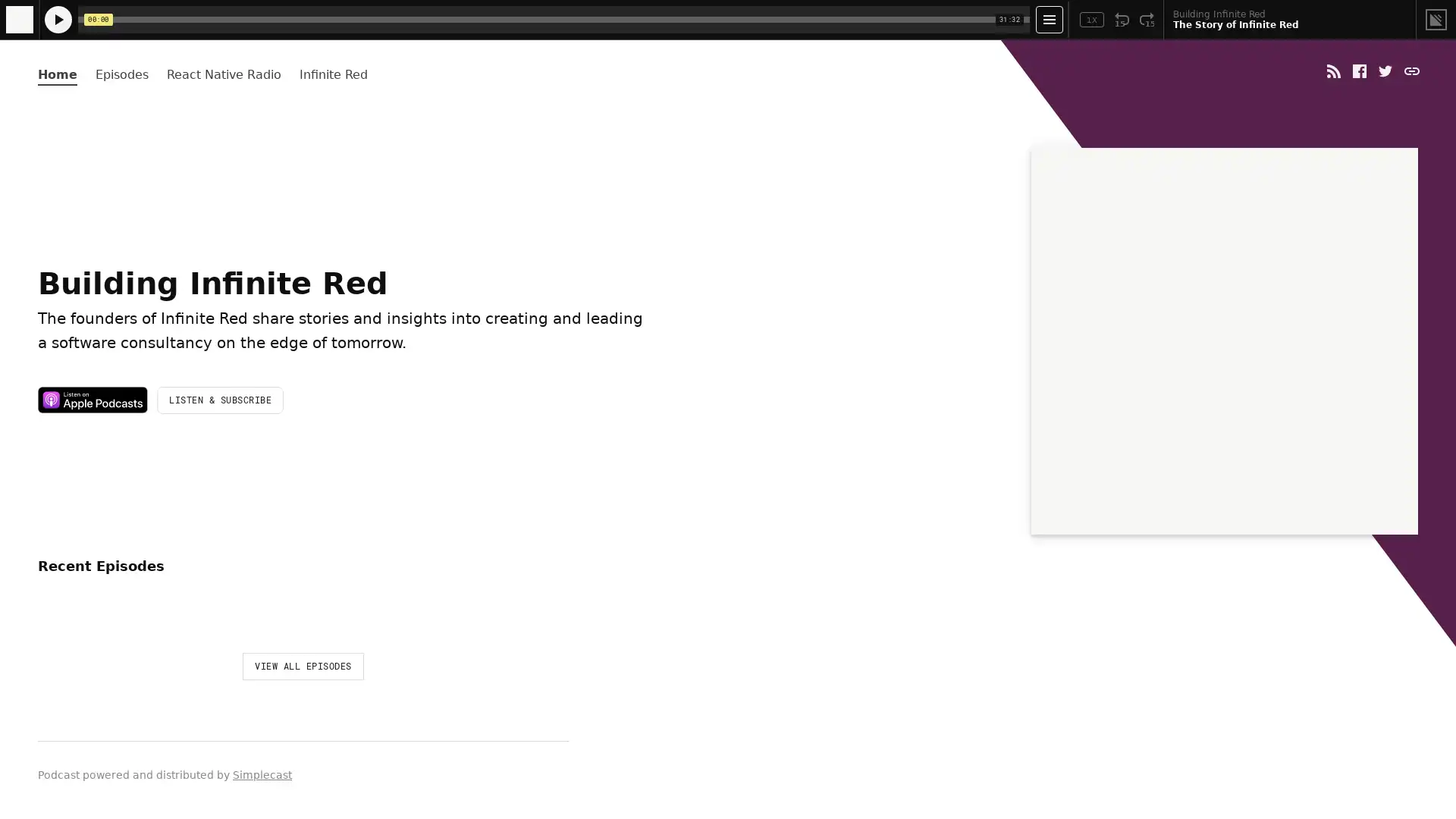 The width and height of the screenshot is (1456, 819). What do you see at coordinates (55, 629) in the screenshot?
I see `Play` at bounding box center [55, 629].